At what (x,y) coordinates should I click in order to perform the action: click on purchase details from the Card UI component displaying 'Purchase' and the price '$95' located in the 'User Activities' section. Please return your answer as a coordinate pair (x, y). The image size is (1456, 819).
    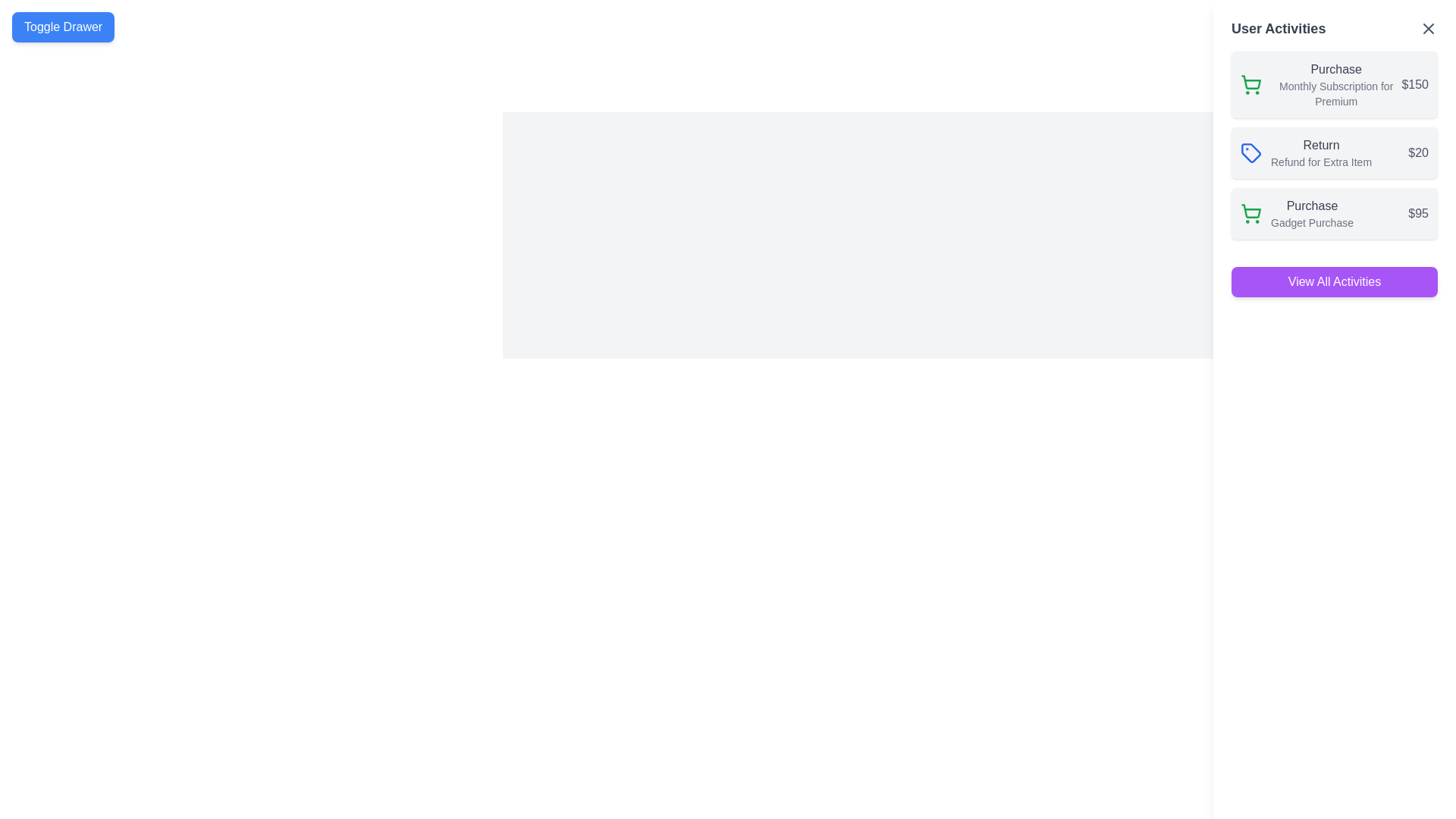
    Looking at the image, I should click on (1335, 213).